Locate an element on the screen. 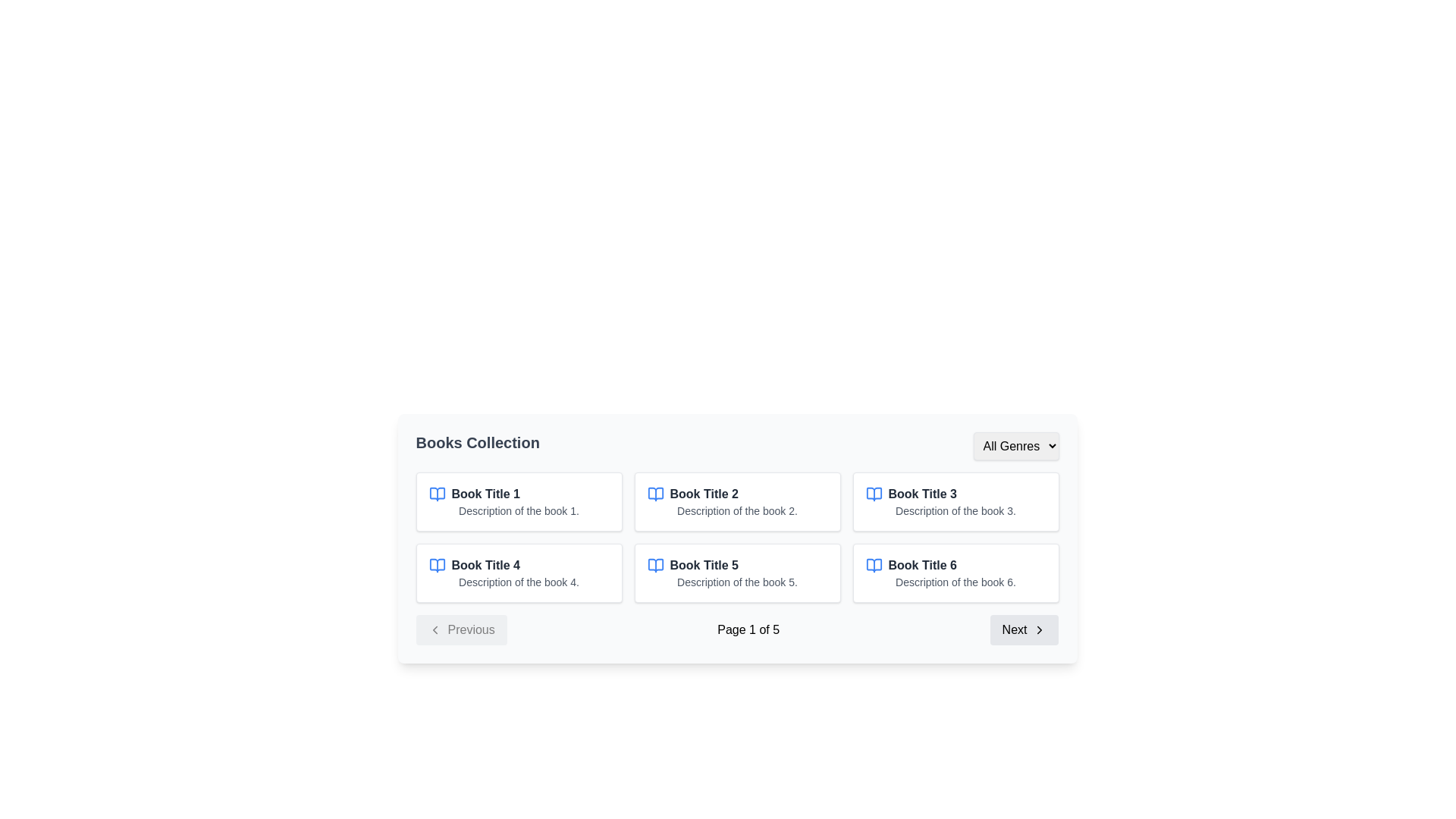 Image resolution: width=1456 pixels, height=819 pixels. text 'Book Title 5' which is styled in bold gray font and is part of a card-like structure representing a book entry is located at coordinates (703, 565).